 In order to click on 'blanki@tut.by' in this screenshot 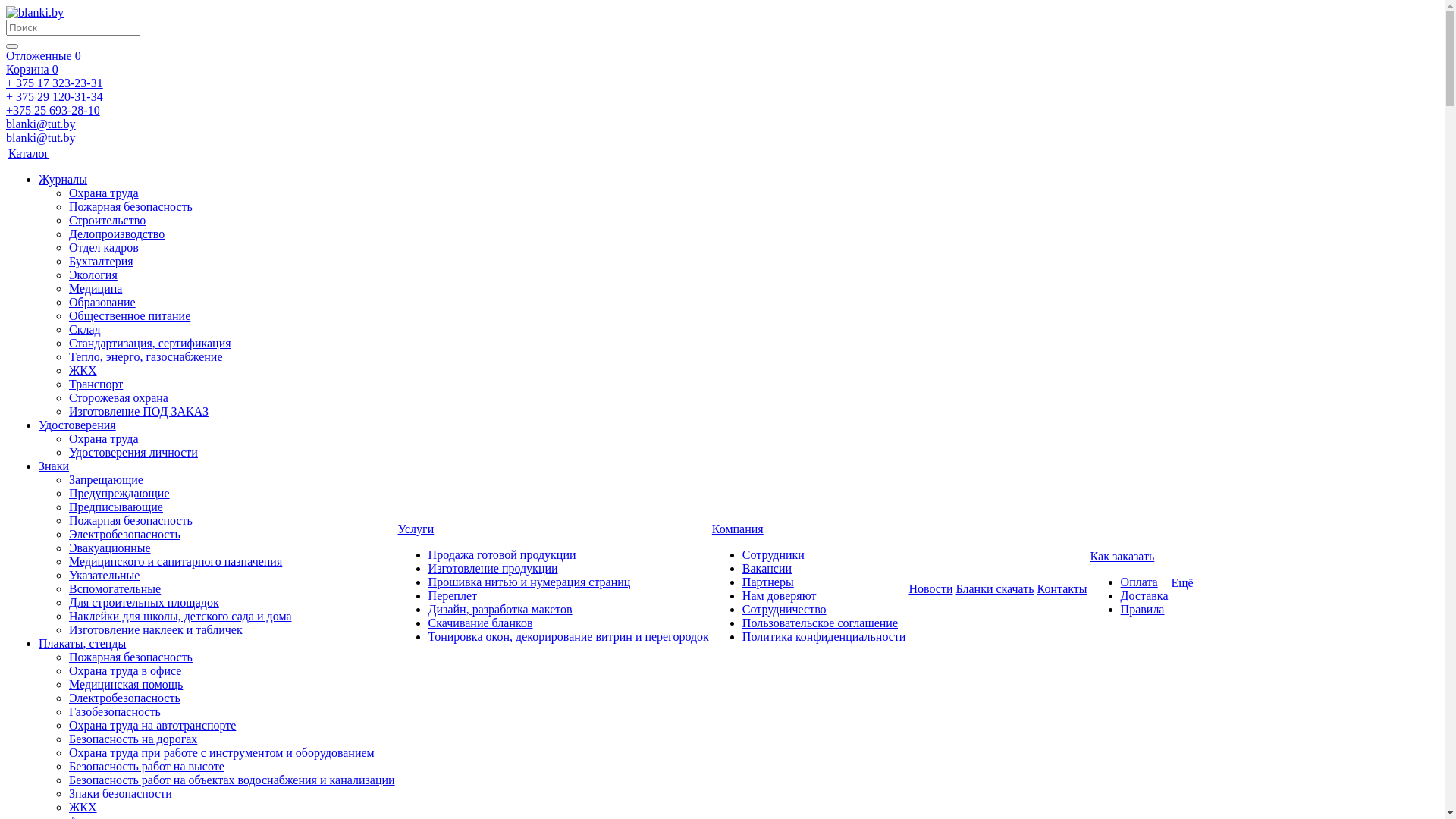, I will do `click(6, 123)`.